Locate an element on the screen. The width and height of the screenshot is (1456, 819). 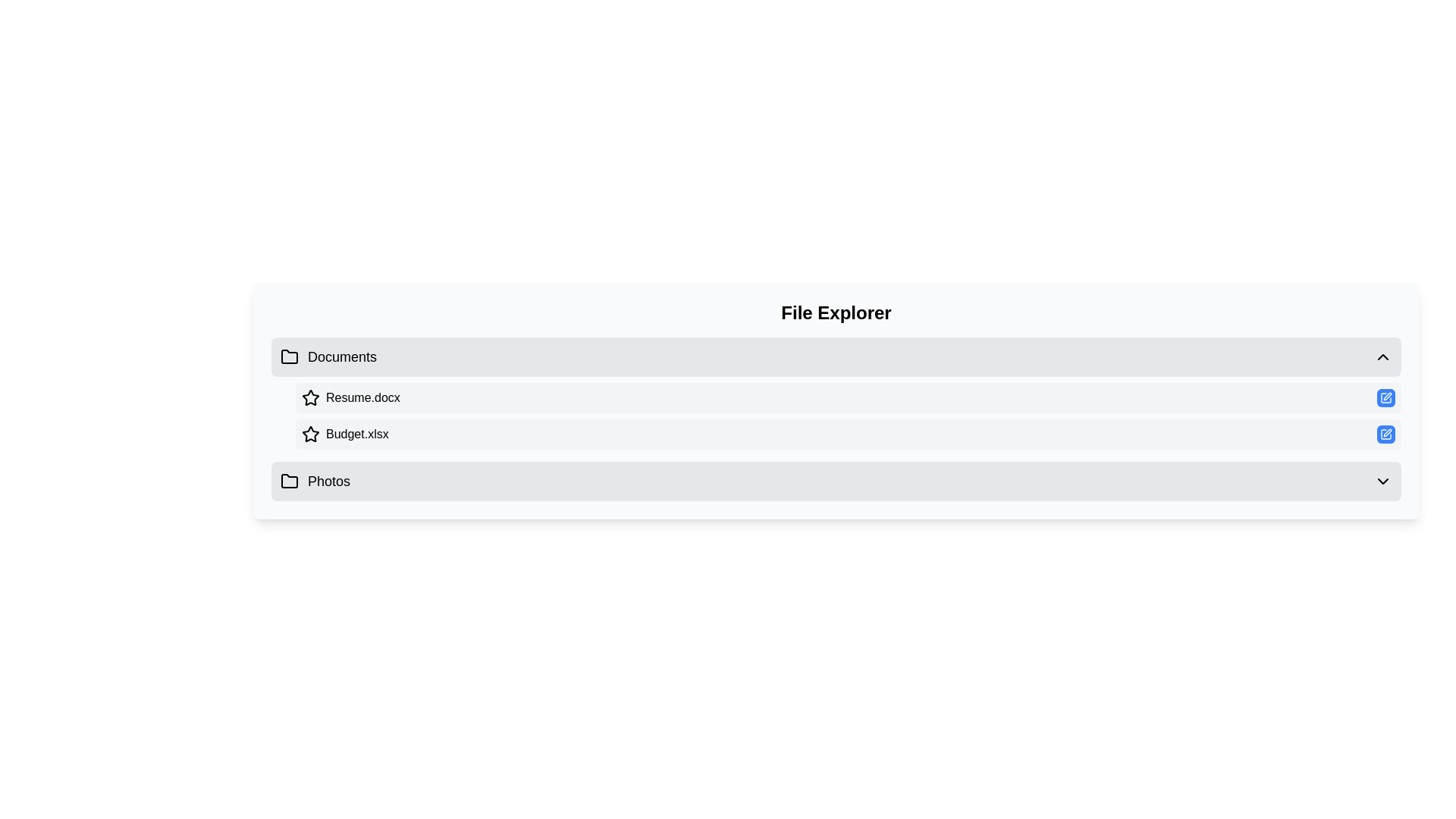
the blue button with a pen icon located is located at coordinates (1386, 397).